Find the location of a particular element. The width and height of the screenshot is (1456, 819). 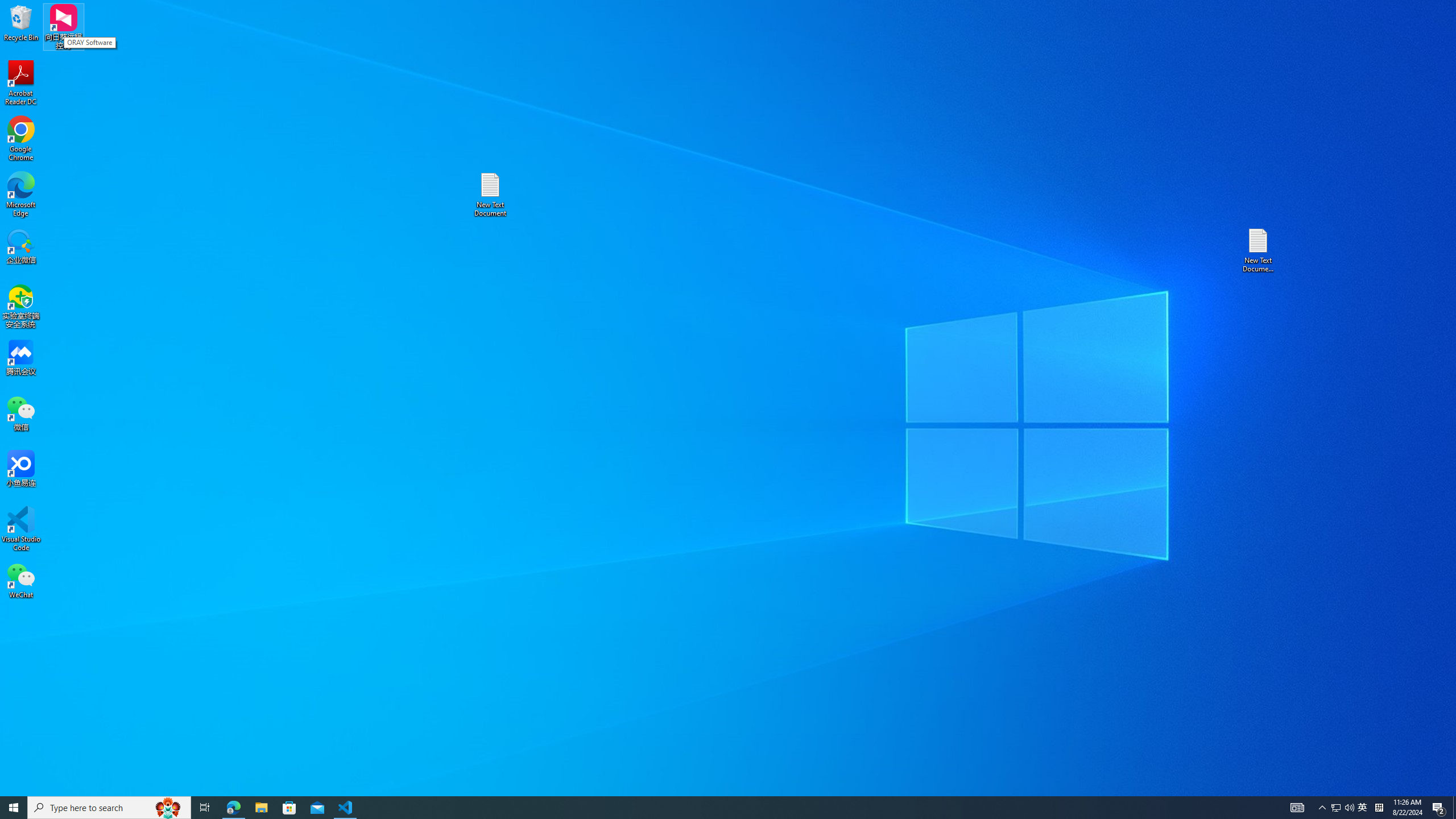

'Search highlights icon opens search home window' is located at coordinates (167, 806).